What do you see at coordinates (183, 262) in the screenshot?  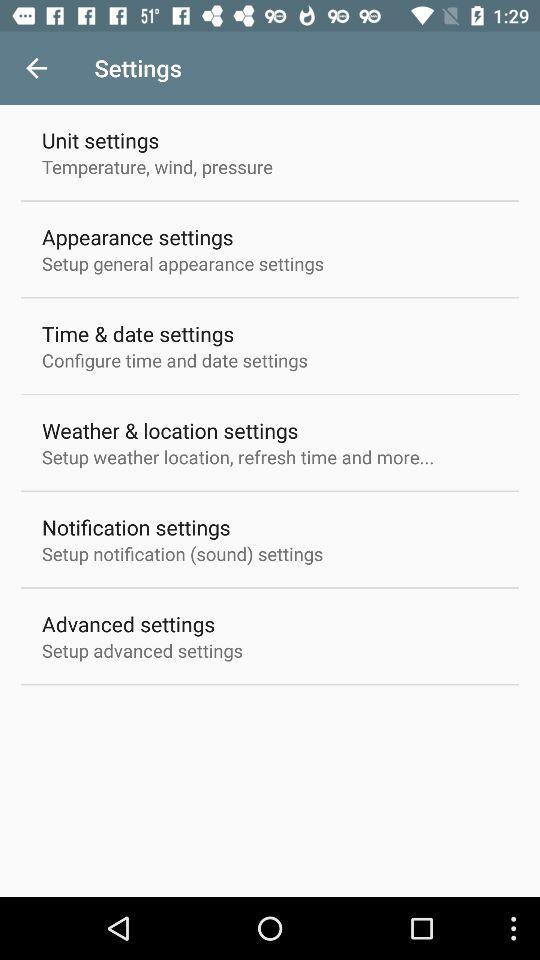 I see `setup general appearance icon` at bounding box center [183, 262].